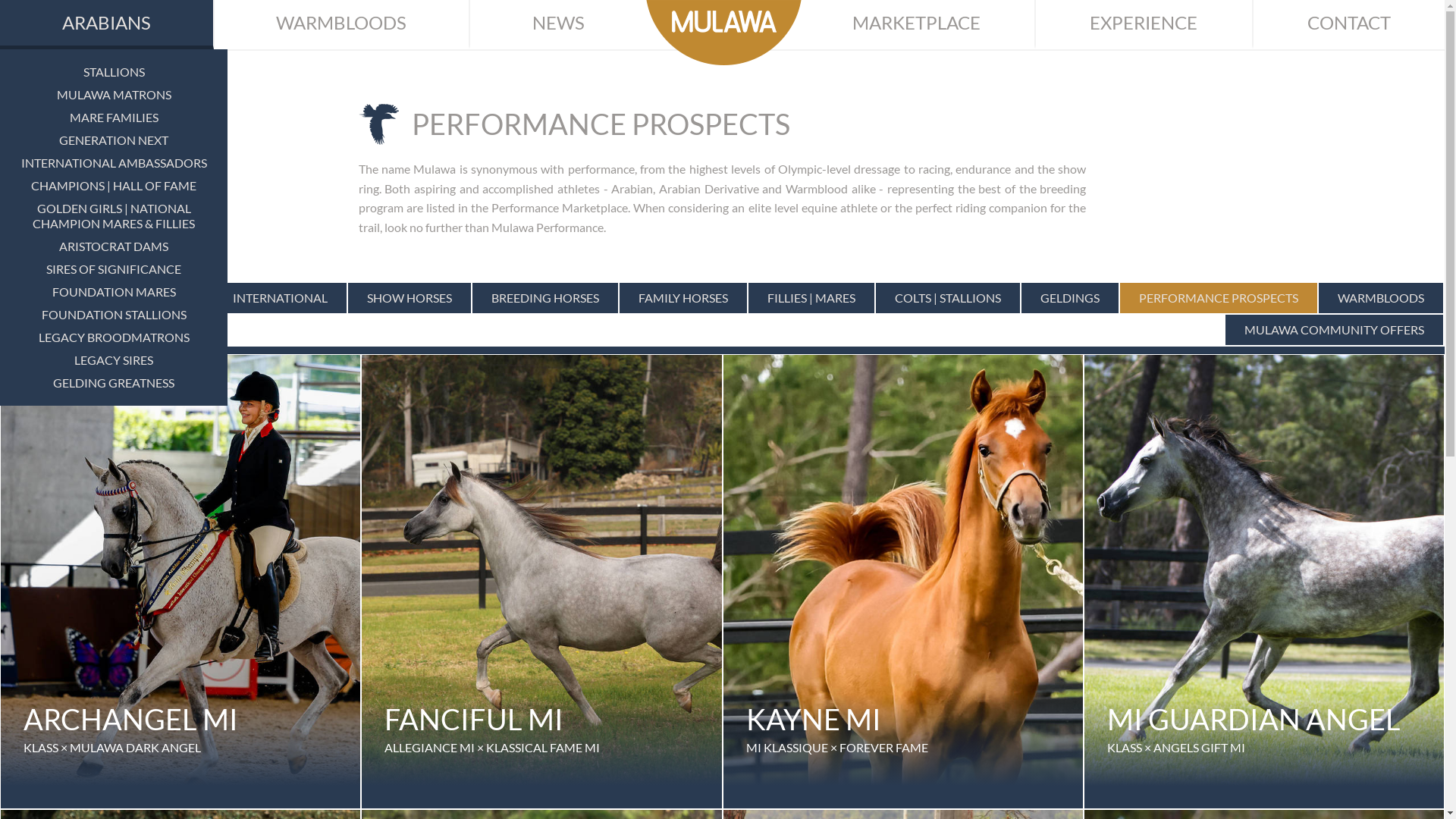 The image size is (1456, 819). I want to click on 'LEGACY BROODMATRONS', so click(112, 336).